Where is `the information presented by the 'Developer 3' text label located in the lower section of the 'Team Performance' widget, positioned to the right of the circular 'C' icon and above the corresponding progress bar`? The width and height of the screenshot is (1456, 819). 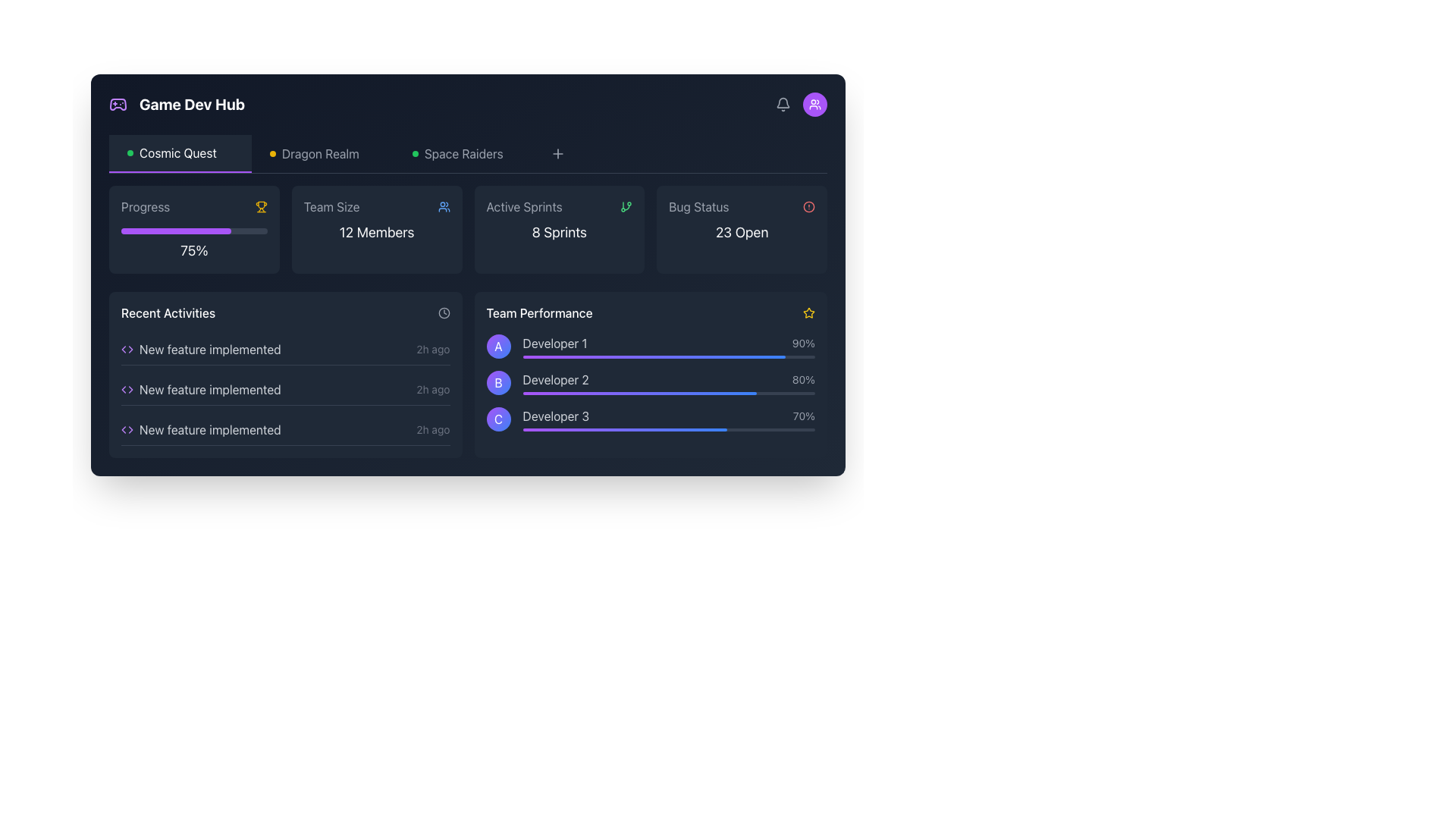
the information presented by the 'Developer 3' text label located in the lower section of the 'Team Performance' widget, positioned to the right of the circular 'C' icon and above the corresponding progress bar is located at coordinates (555, 416).